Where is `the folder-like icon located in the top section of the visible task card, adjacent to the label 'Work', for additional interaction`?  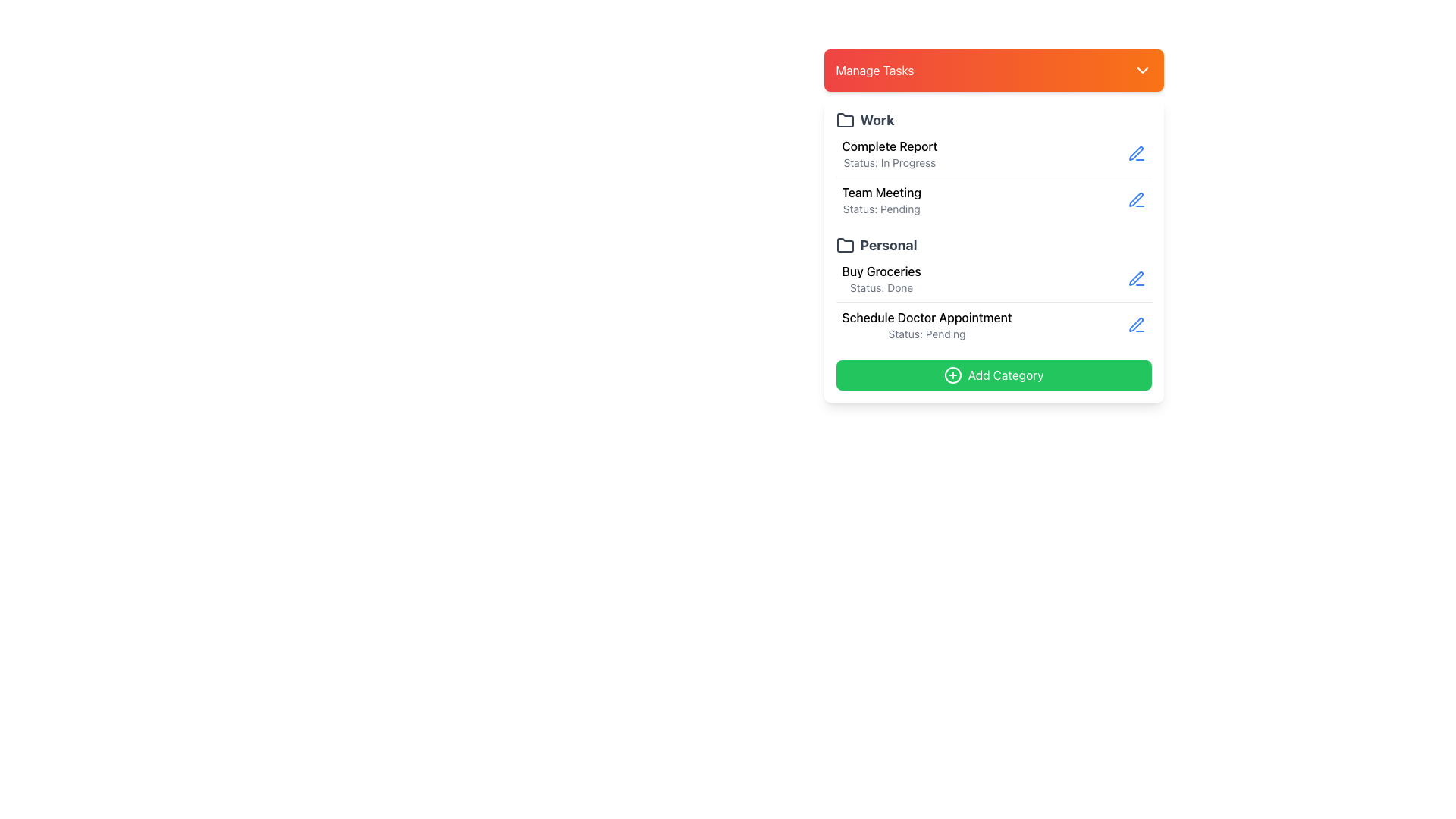
the folder-like icon located in the top section of the visible task card, adjacent to the label 'Work', for additional interaction is located at coordinates (844, 119).